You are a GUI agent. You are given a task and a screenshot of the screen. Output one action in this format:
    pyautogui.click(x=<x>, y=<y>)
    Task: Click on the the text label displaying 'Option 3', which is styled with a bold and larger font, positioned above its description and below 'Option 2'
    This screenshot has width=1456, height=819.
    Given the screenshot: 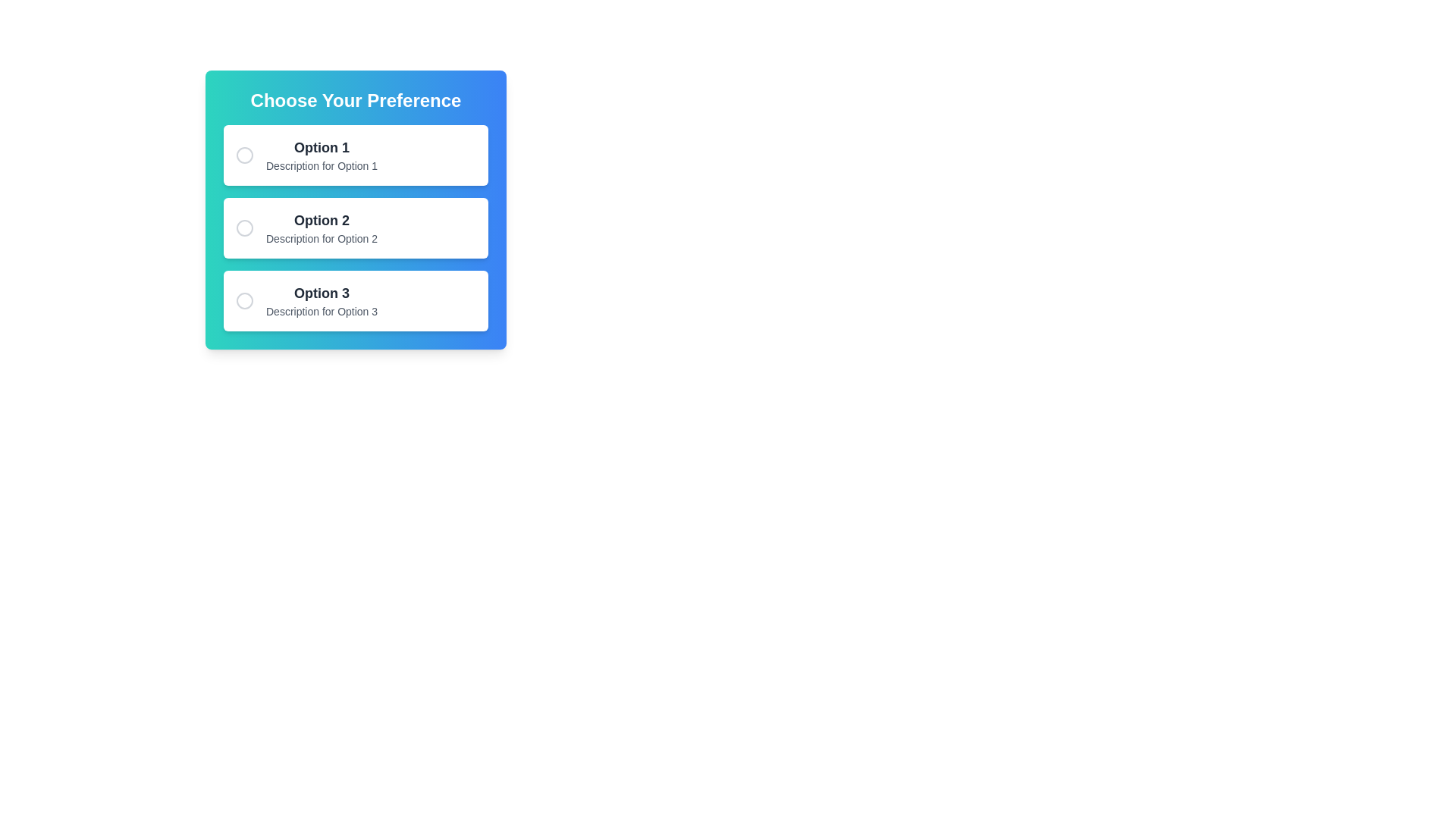 What is the action you would take?
    pyautogui.click(x=321, y=293)
    